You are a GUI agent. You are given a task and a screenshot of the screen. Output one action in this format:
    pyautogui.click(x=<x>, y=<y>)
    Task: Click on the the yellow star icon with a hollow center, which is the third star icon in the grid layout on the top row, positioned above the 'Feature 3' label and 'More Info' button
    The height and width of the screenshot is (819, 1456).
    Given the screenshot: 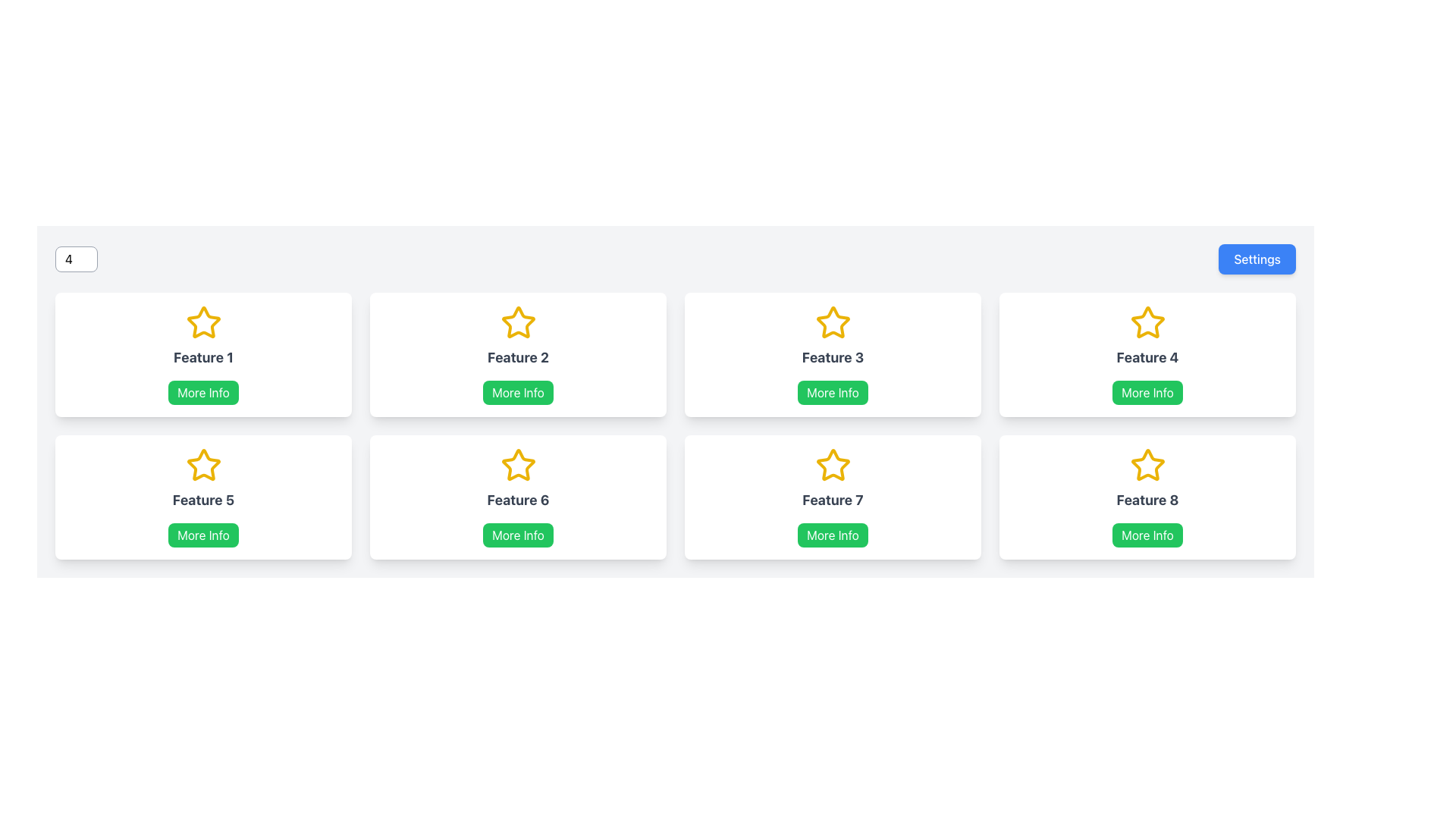 What is the action you would take?
    pyautogui.click(x=832, y=322)
    